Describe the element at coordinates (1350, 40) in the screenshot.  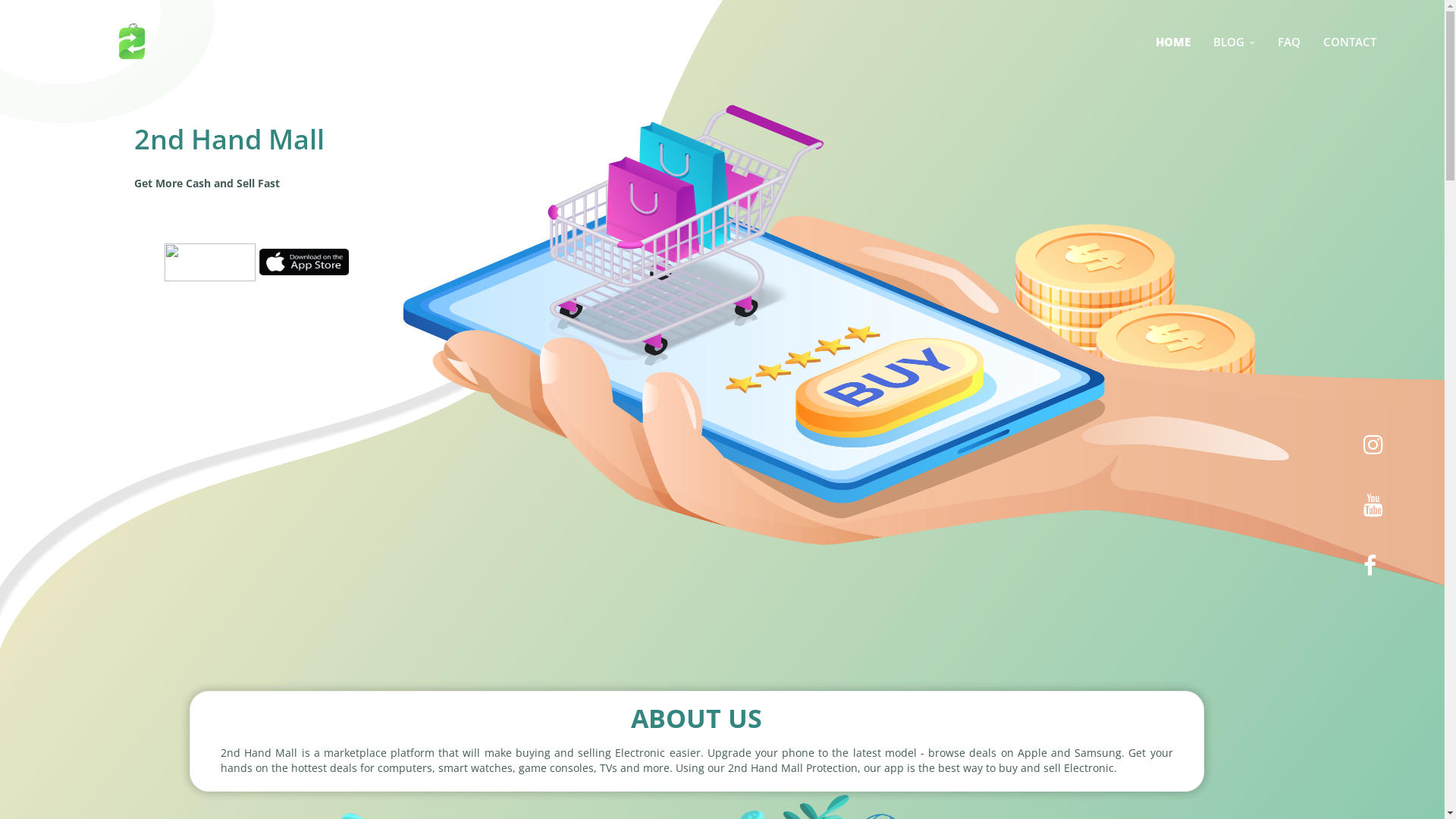
I see `'CONTACT'` at that location.